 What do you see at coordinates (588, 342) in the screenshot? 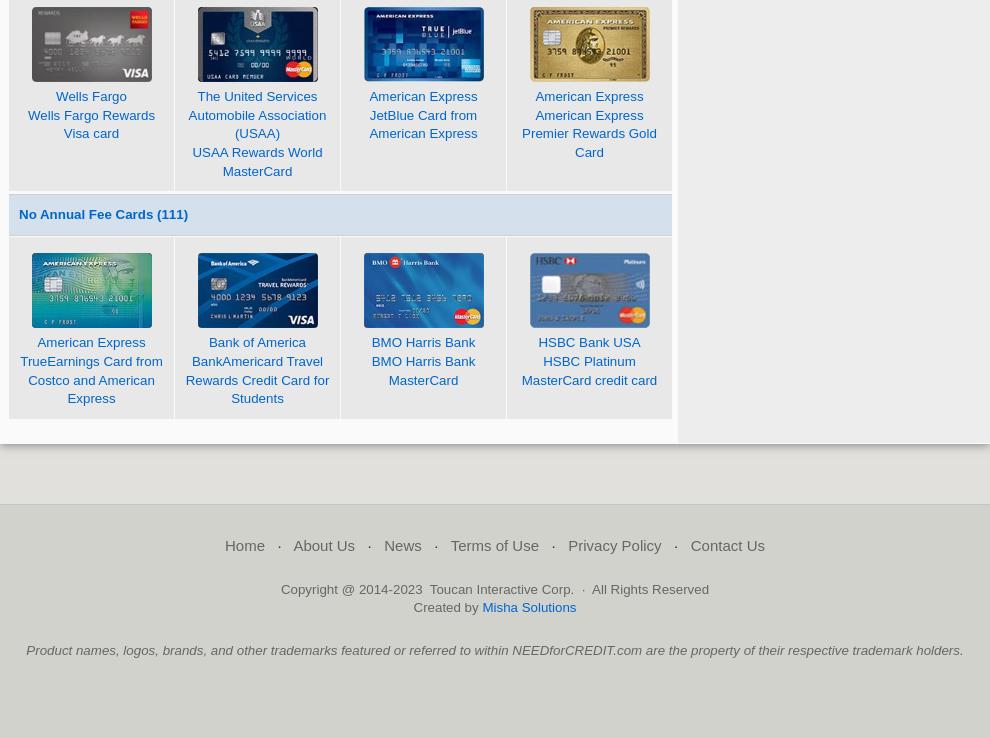
I see `'HSBC Bank USA'` at bounding box center [588, 342].